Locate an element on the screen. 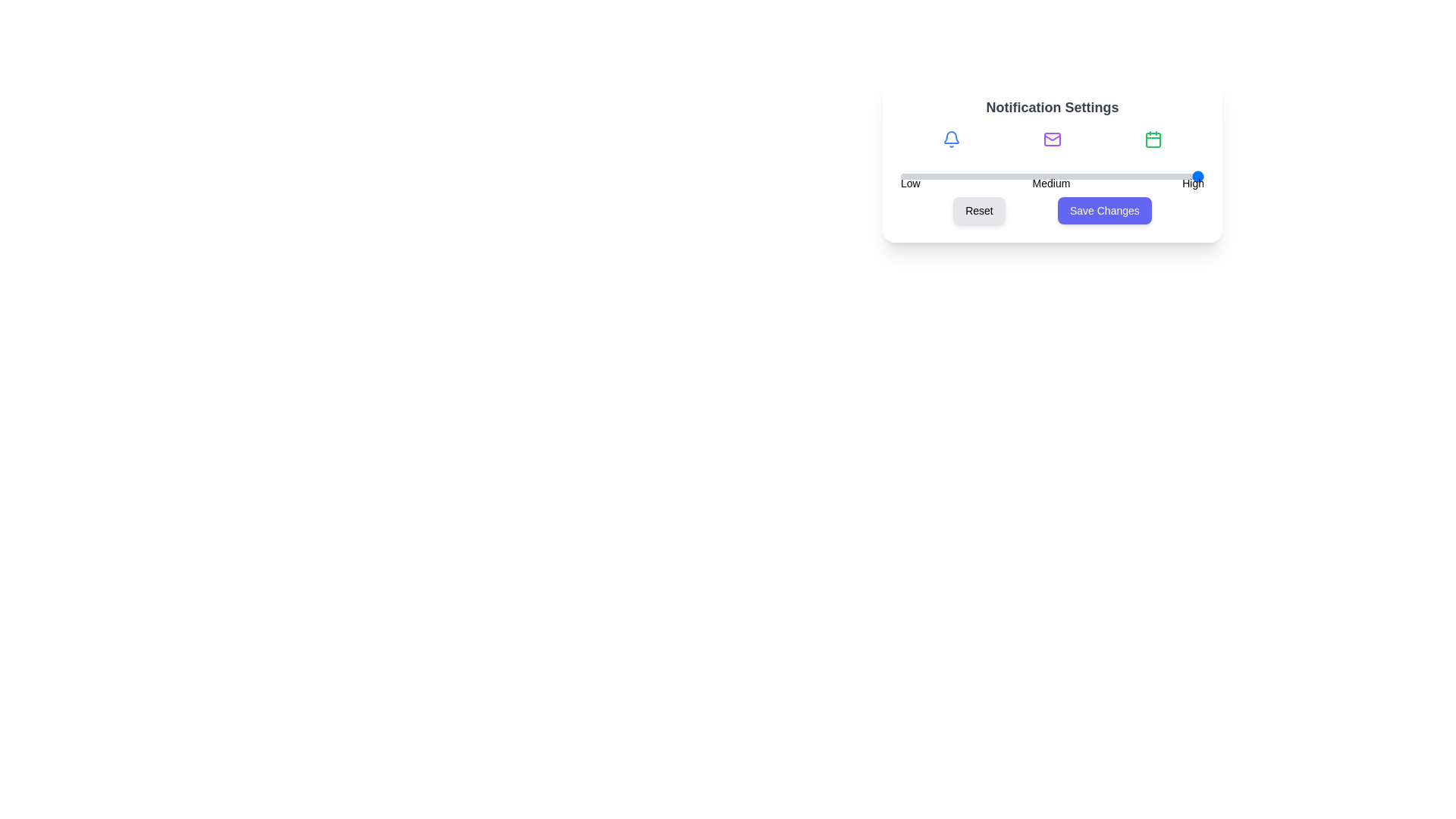  the Mail icon to view its details is located at coordinates (1051, 140).